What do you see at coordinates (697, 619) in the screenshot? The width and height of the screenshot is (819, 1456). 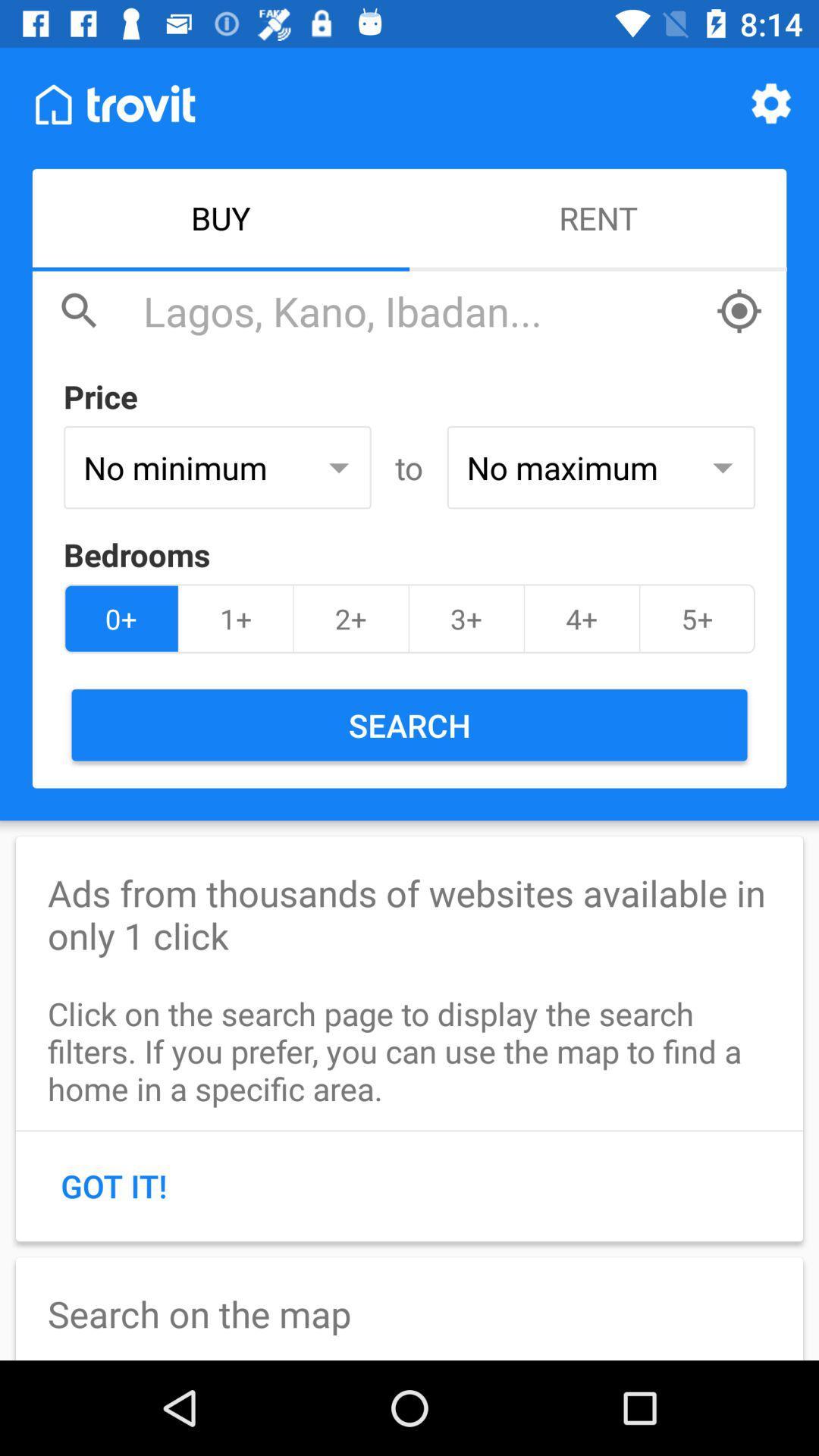 I see `the item to the right of the 4+` at bounding box center [697, 619].